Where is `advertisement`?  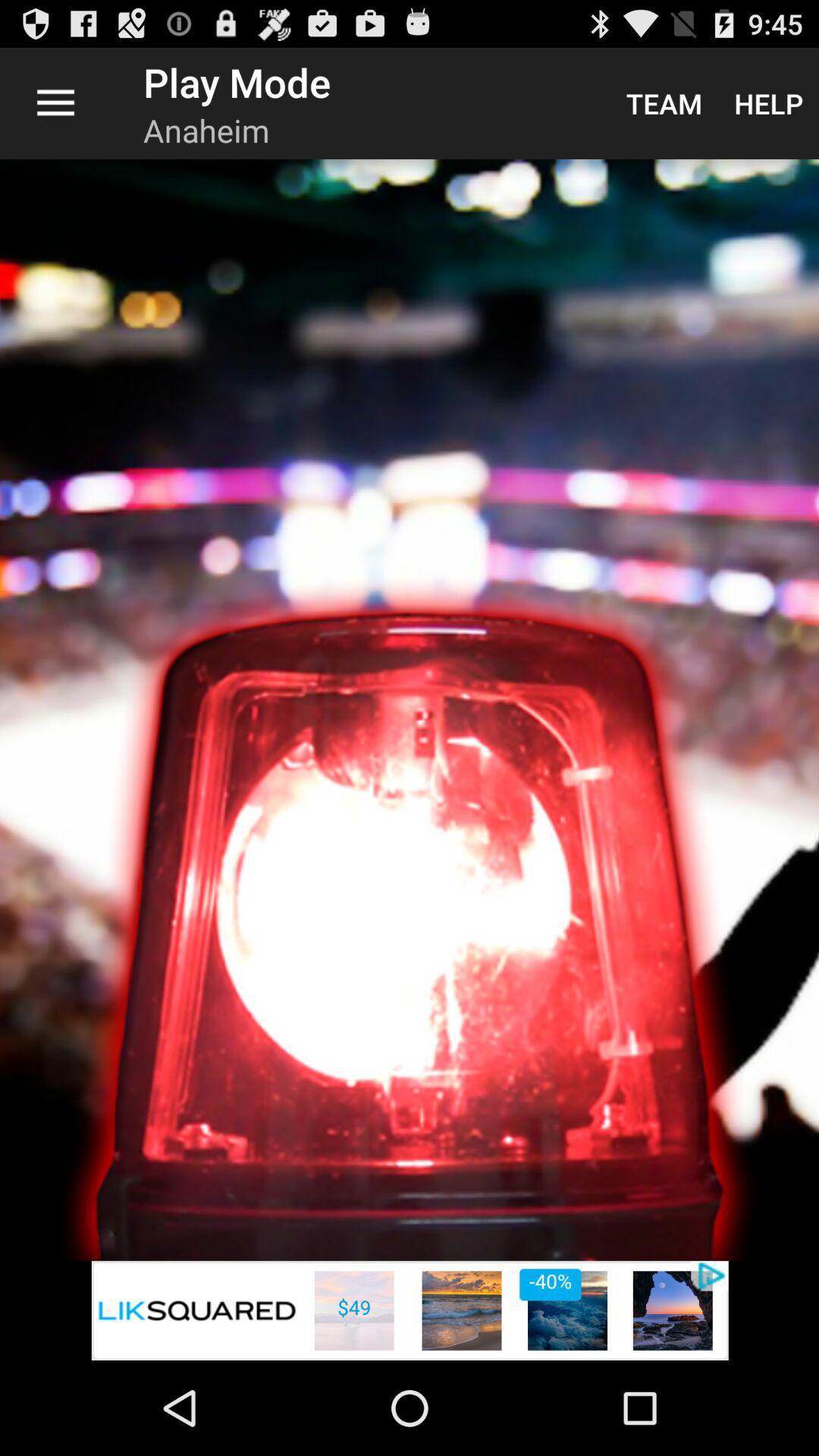
advertisement is located at coordinates (409, 1310).